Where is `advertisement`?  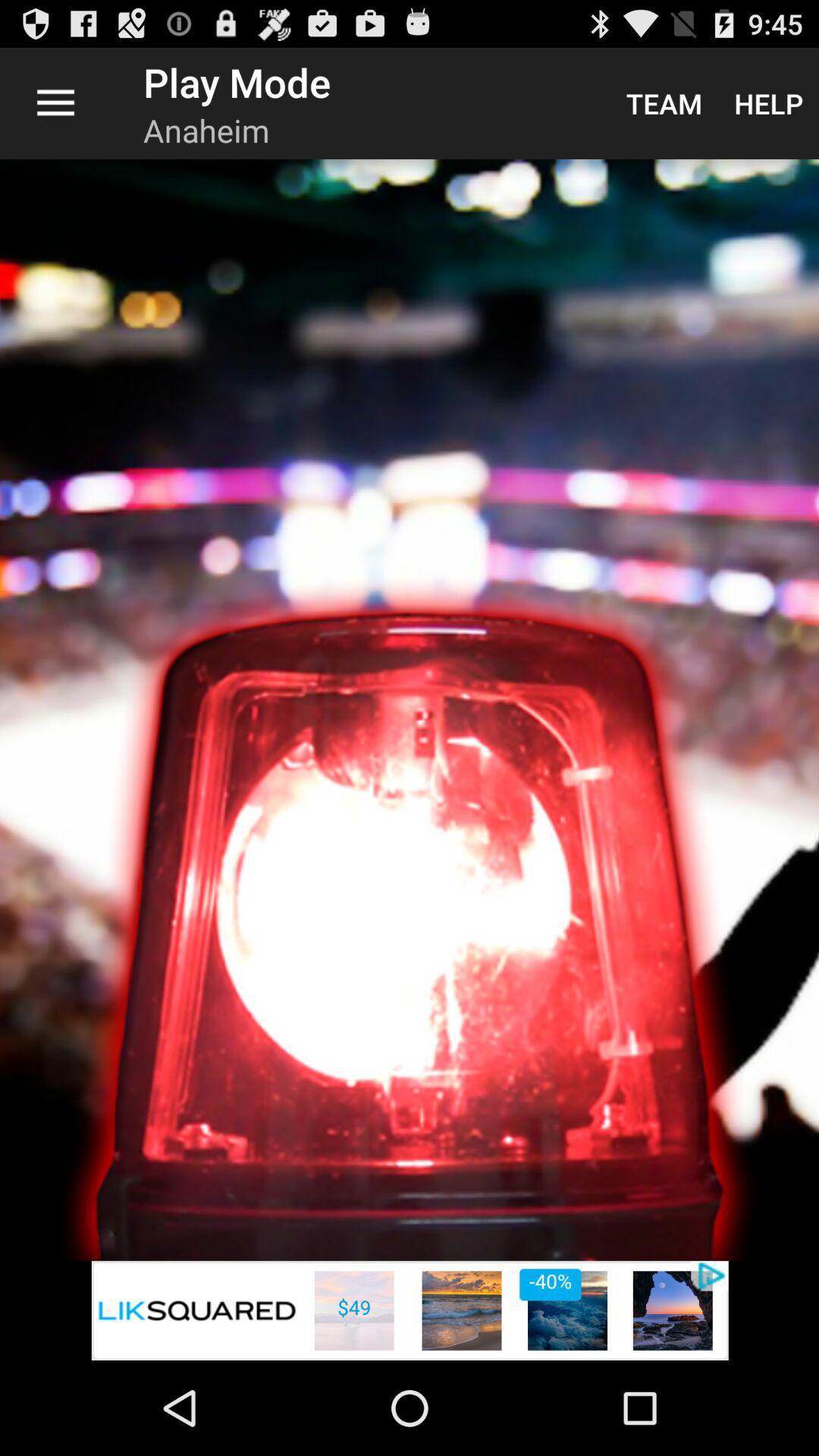
advertisement is located at coordinates (409, 1310).